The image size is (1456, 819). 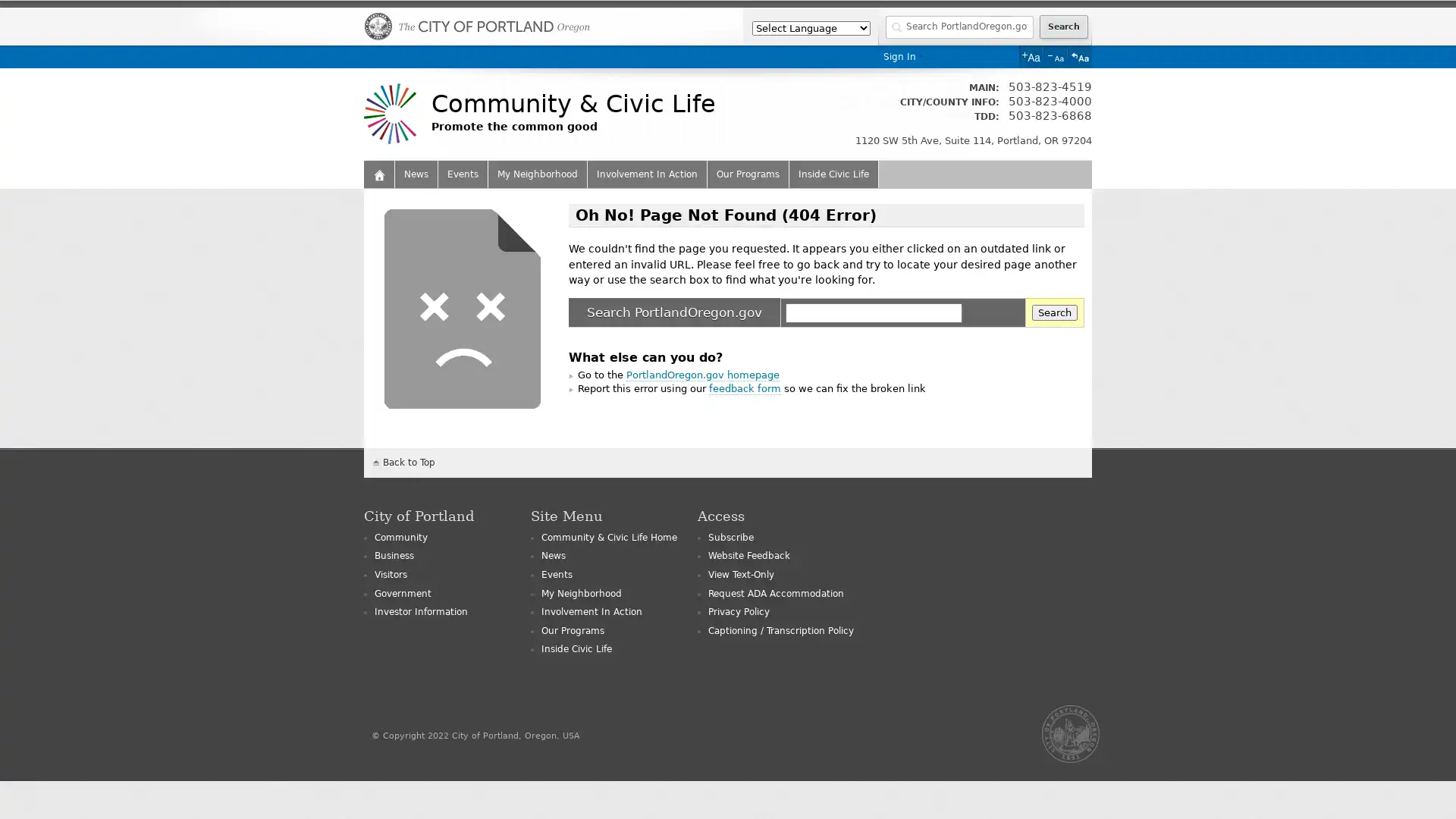 I want to click on Search, so click(x=1054, y=312).